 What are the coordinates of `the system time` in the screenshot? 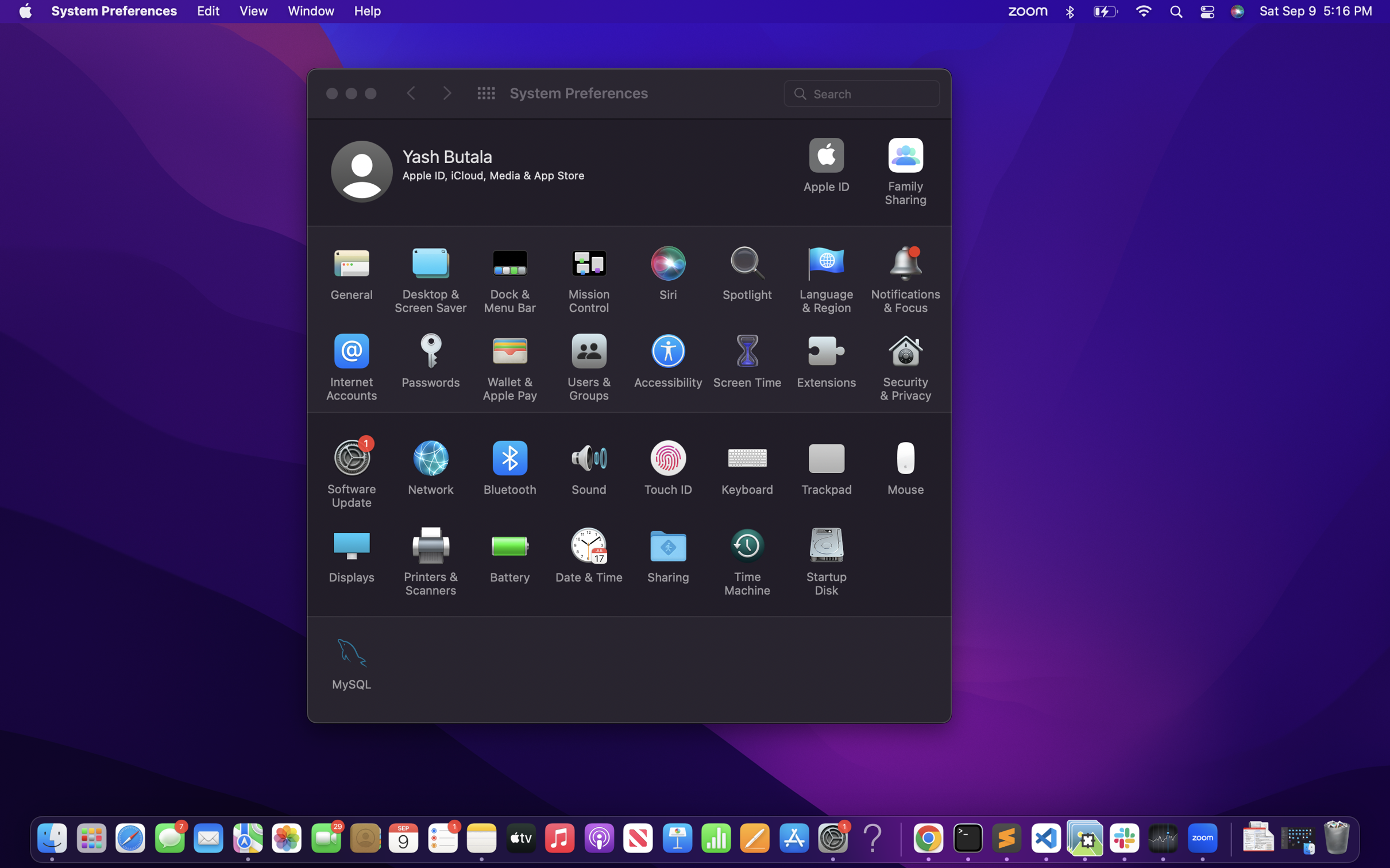 It's located at (589, 557).